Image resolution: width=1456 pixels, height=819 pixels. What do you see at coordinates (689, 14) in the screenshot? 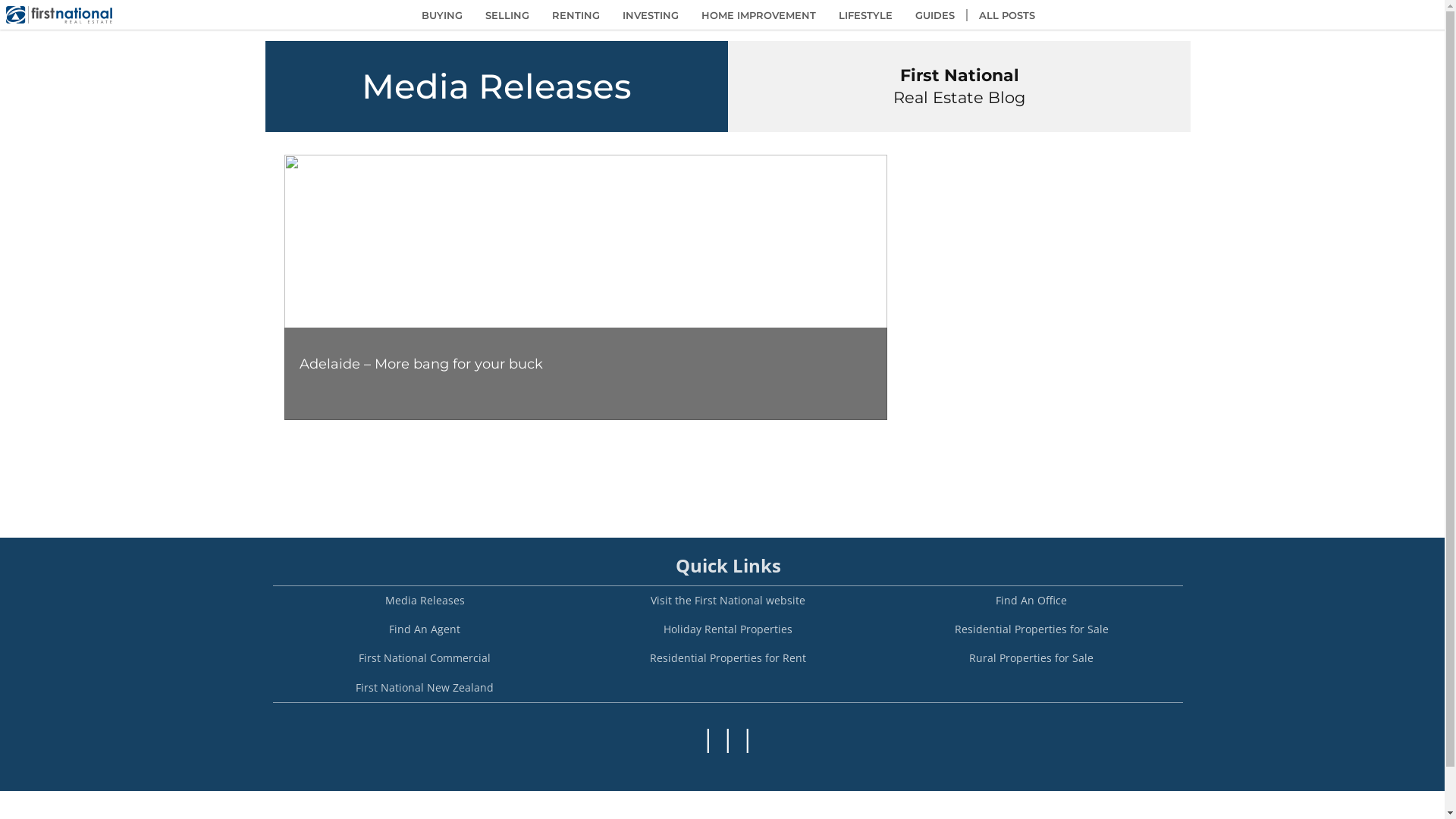
I see `'HOME IMPROVEMENT'` at bounding box center [689, 14].